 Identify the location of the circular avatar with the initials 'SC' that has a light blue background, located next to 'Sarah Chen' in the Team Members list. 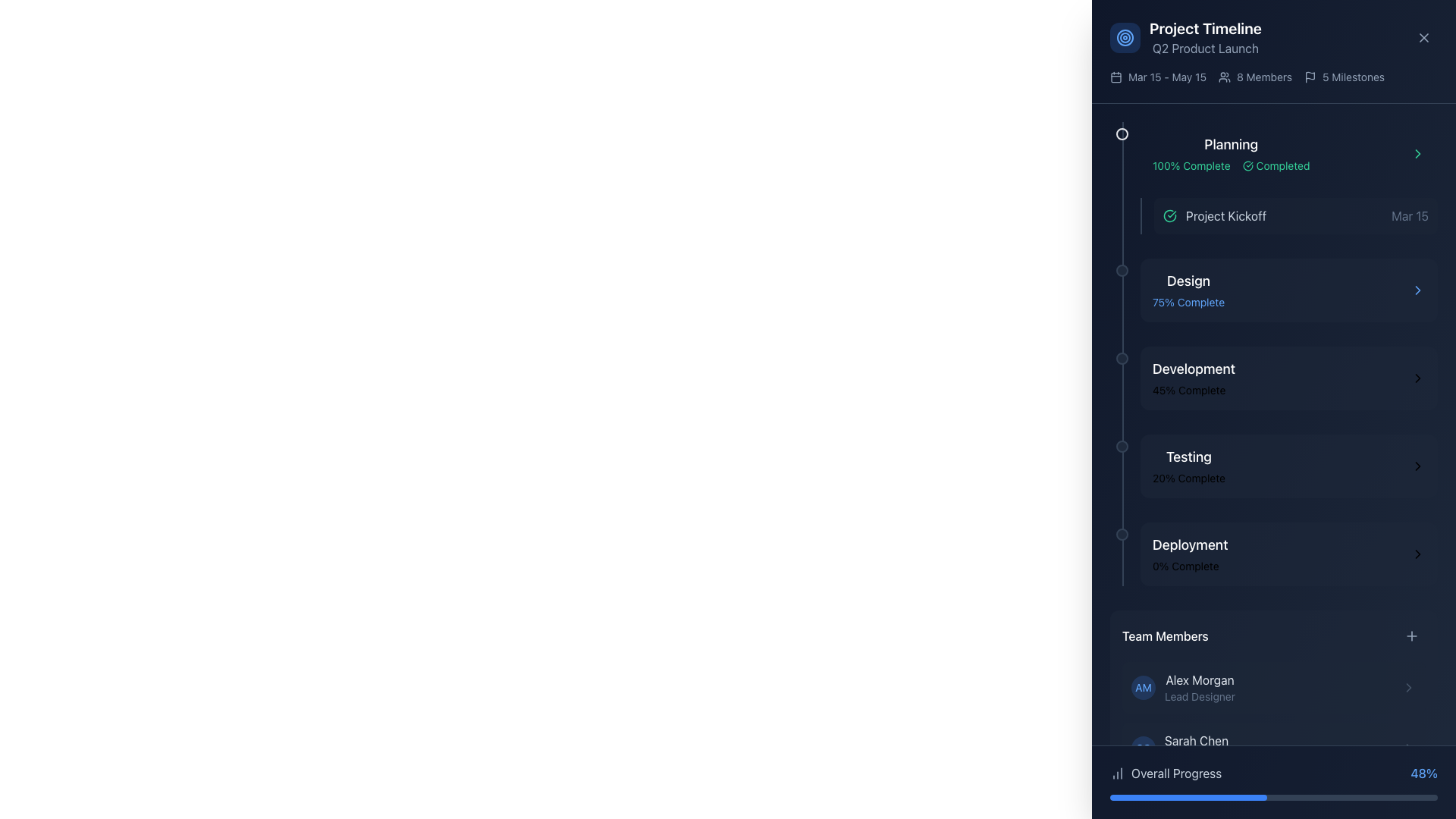
(1143, 748).